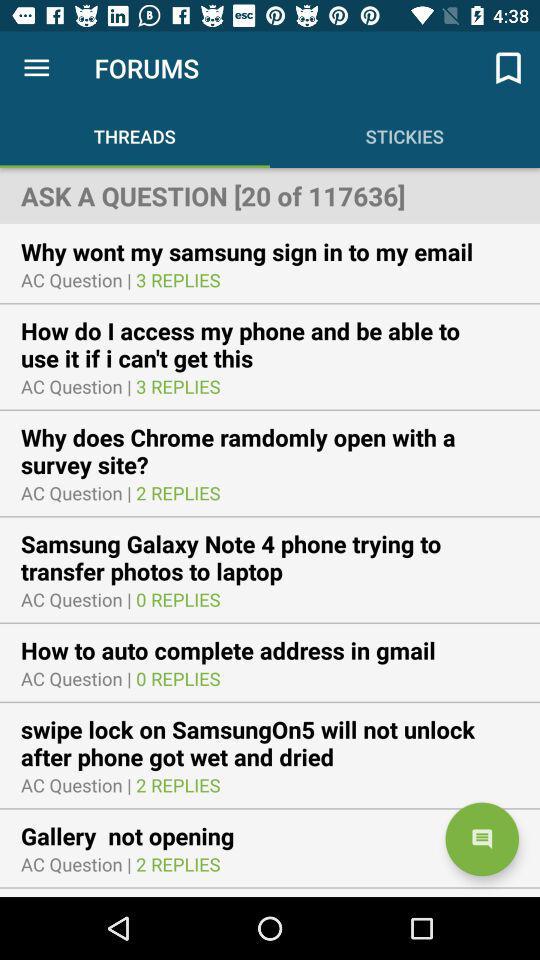 The height and width of the screenshot is (960, 540). Describe the element at coordinates (139, 836) in the screenshot. I see `the gallery  not opening item` at that location.